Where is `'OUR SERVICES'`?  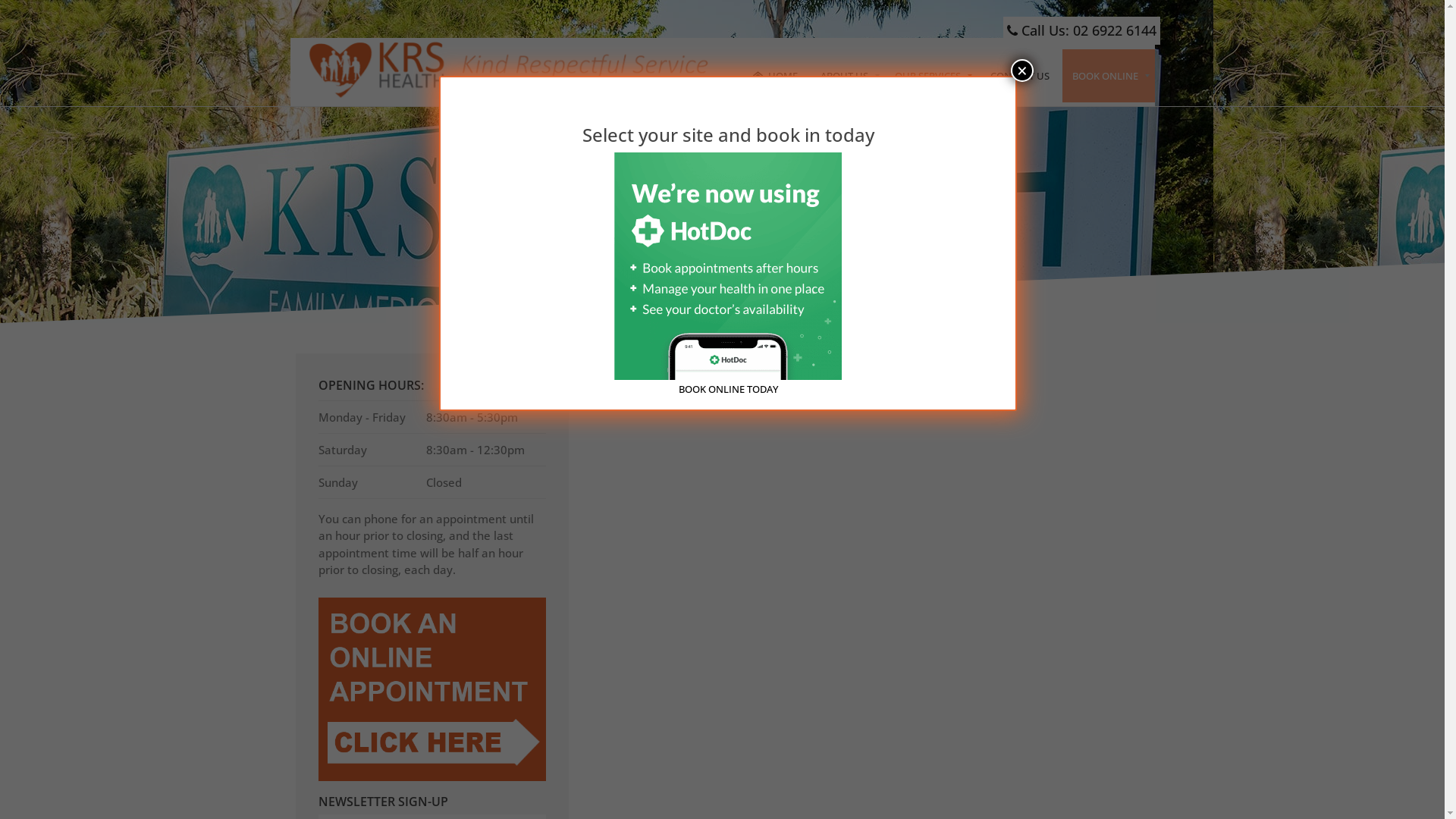
'OUR SERVICES' is located at coordinates (930, 76).